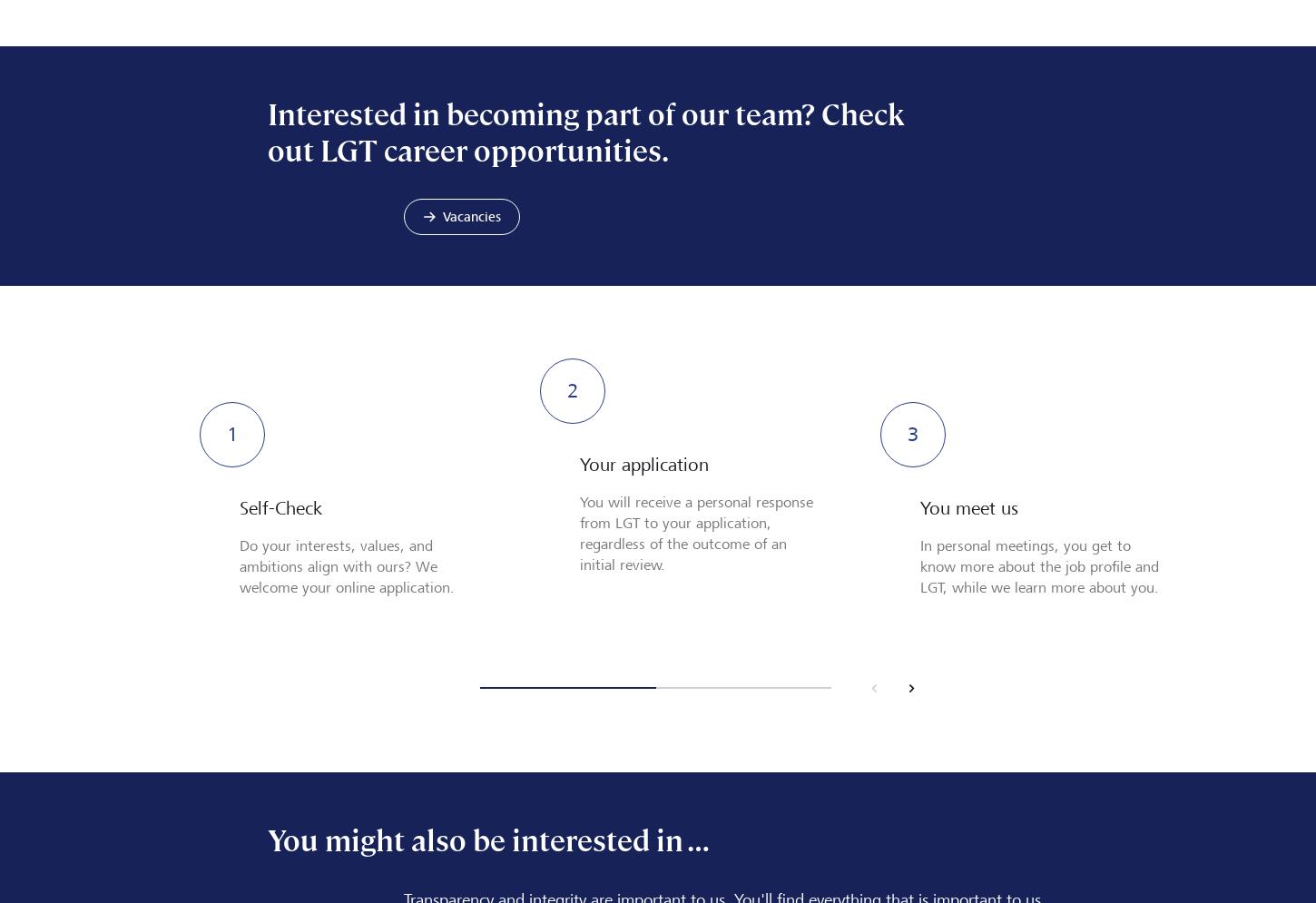 This screenshot has width=1316, height=903. What do you see at coordinates (696, 531) in the screenshot?
I see `'You will receive a personal response from LGT to your application, regardless of the outcome of an initial review.'` at bounding box center [696, 531].